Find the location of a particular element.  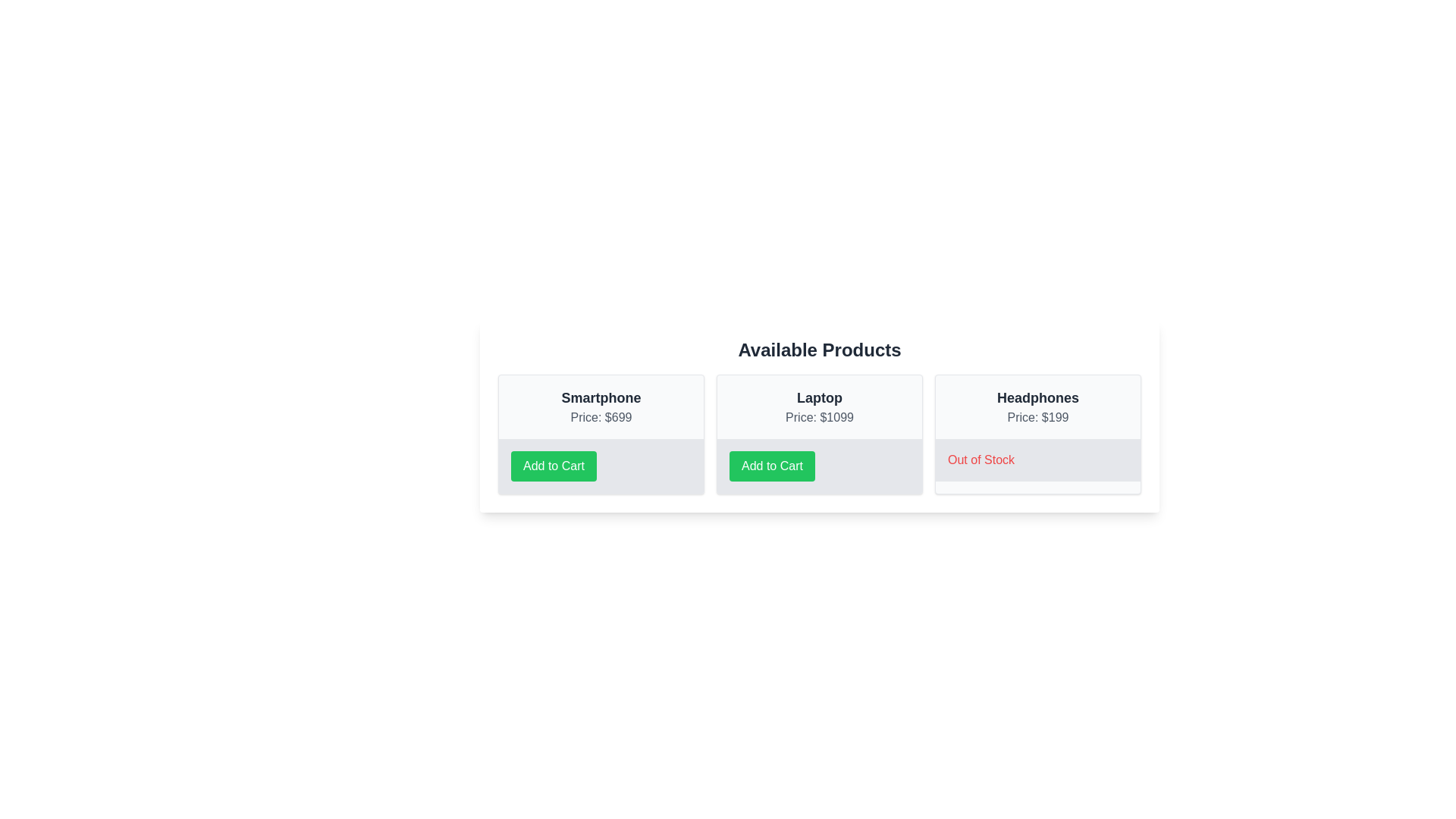

the 'Out of Stock' text label in red font indicating the unavailability of the Headphones item, which is located in the lower-right section of the card is located at coordinates (981, 459).